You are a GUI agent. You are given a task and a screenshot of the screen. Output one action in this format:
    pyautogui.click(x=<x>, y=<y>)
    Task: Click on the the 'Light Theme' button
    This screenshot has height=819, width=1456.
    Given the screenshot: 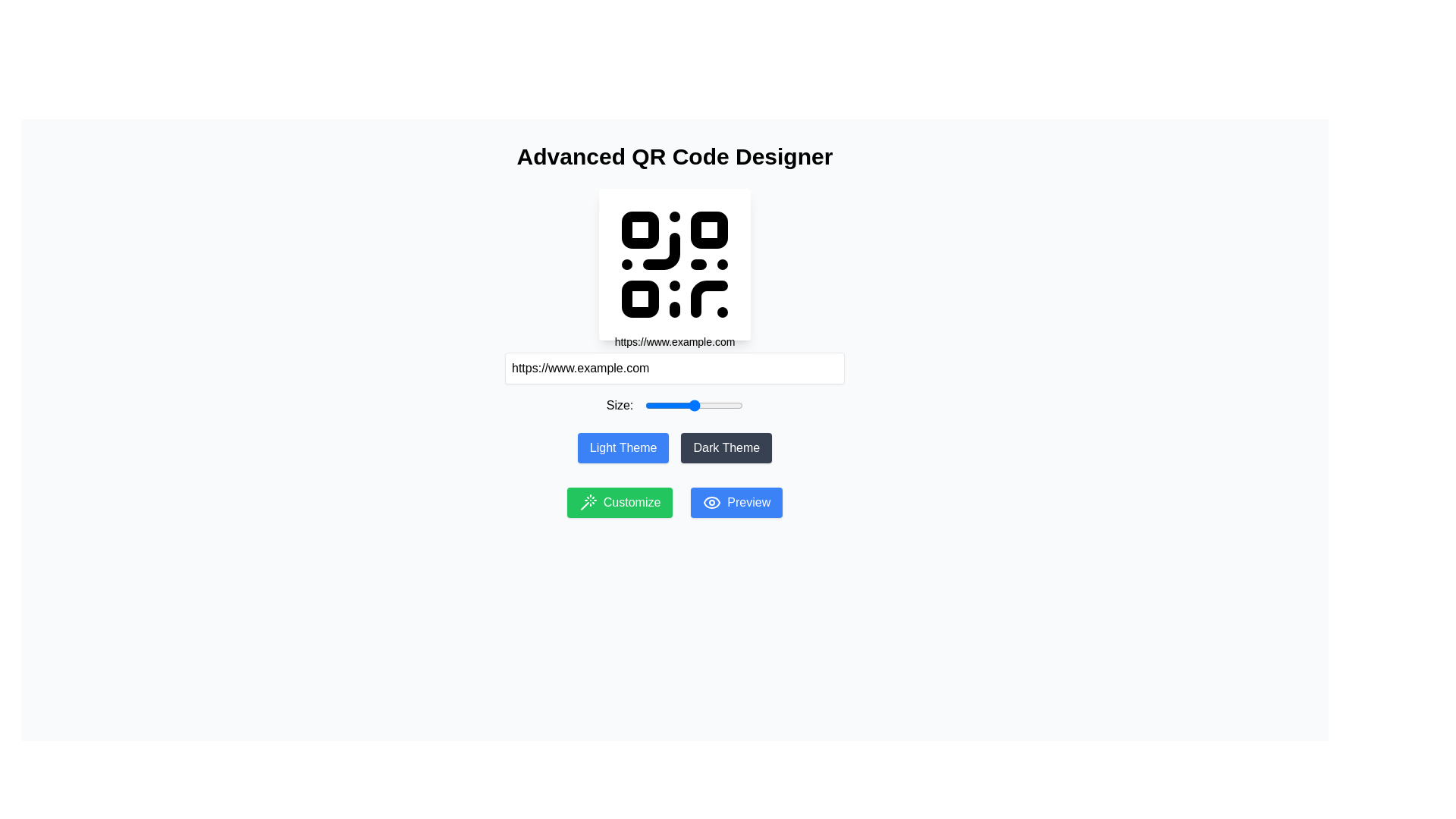 What is the action you would take?
    pyautogui.click(x=623, y=447)
    